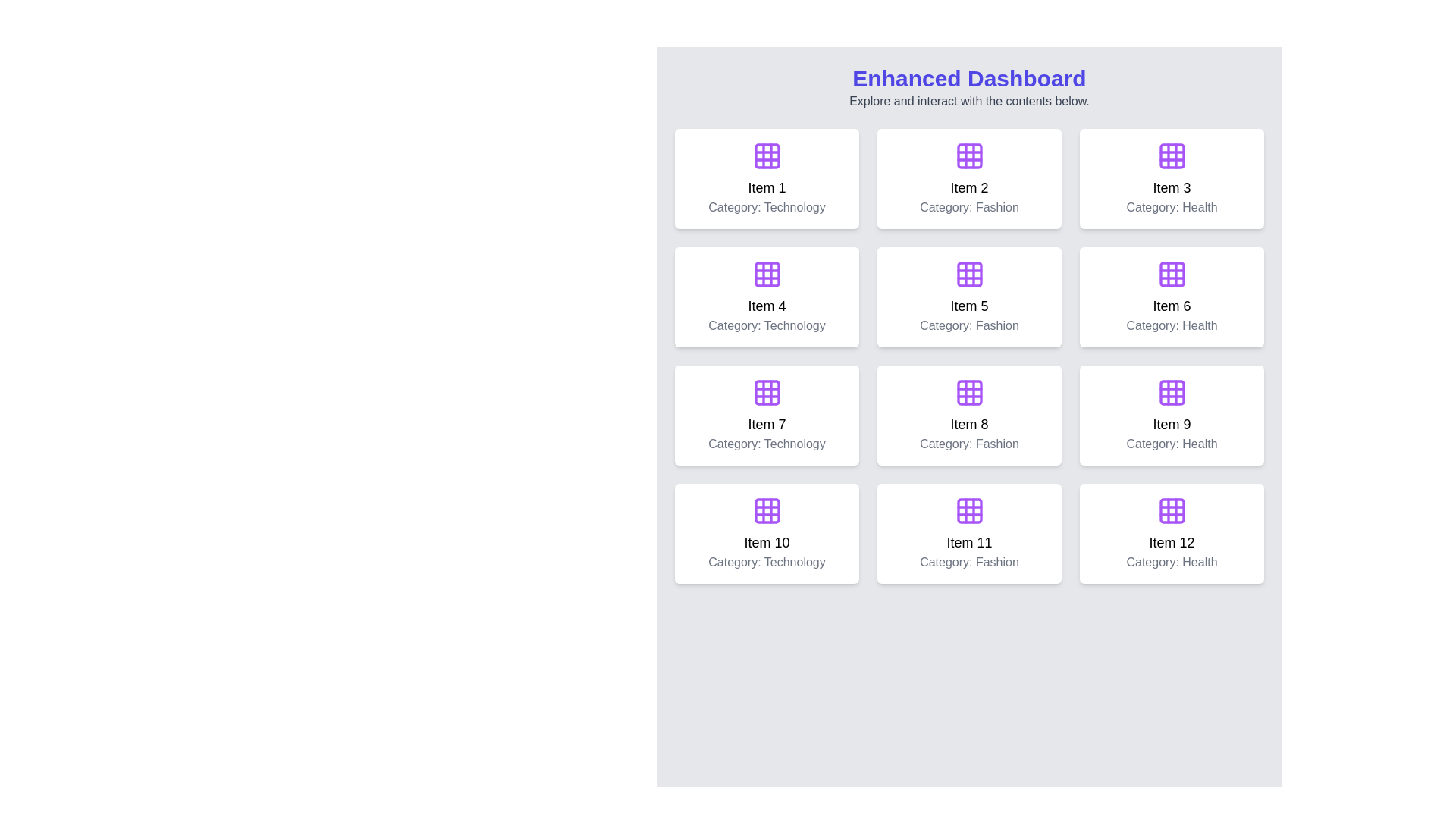 This screenshot has height=819, width=1456. Describe the element at coordinates (767, 306) in the screenshot. I see `text content of the text label element displaying 'Item 4', which is bold and centered, located in the middle section of a card in the second row, first column of the grid layout` at that location.